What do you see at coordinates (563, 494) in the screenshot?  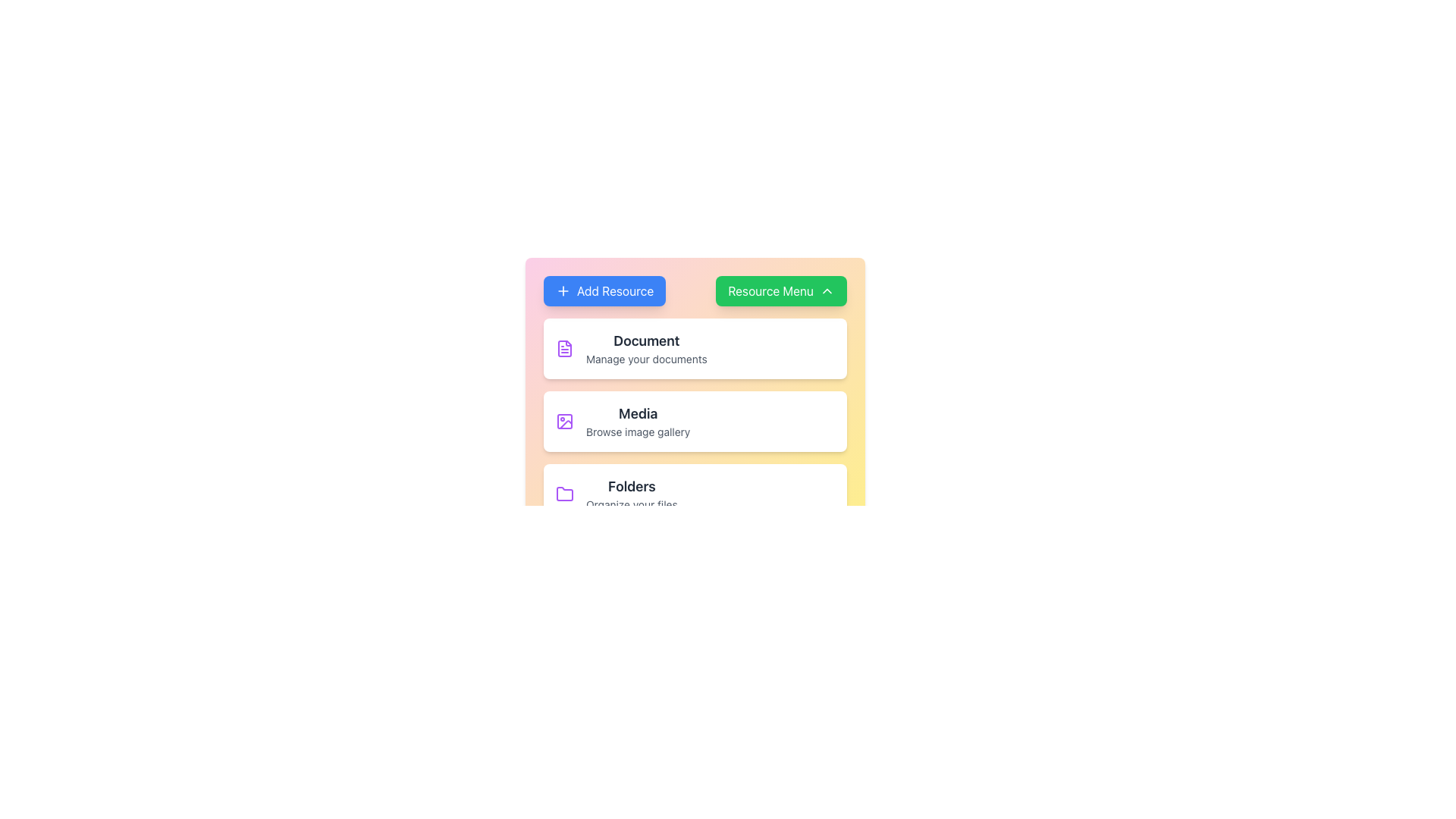 I see `the stylized folder icon with a purple outline located to the far left, preceding the text 'Folders' and 'Organize your files' within the third card component` at bounding box center [563, 494].